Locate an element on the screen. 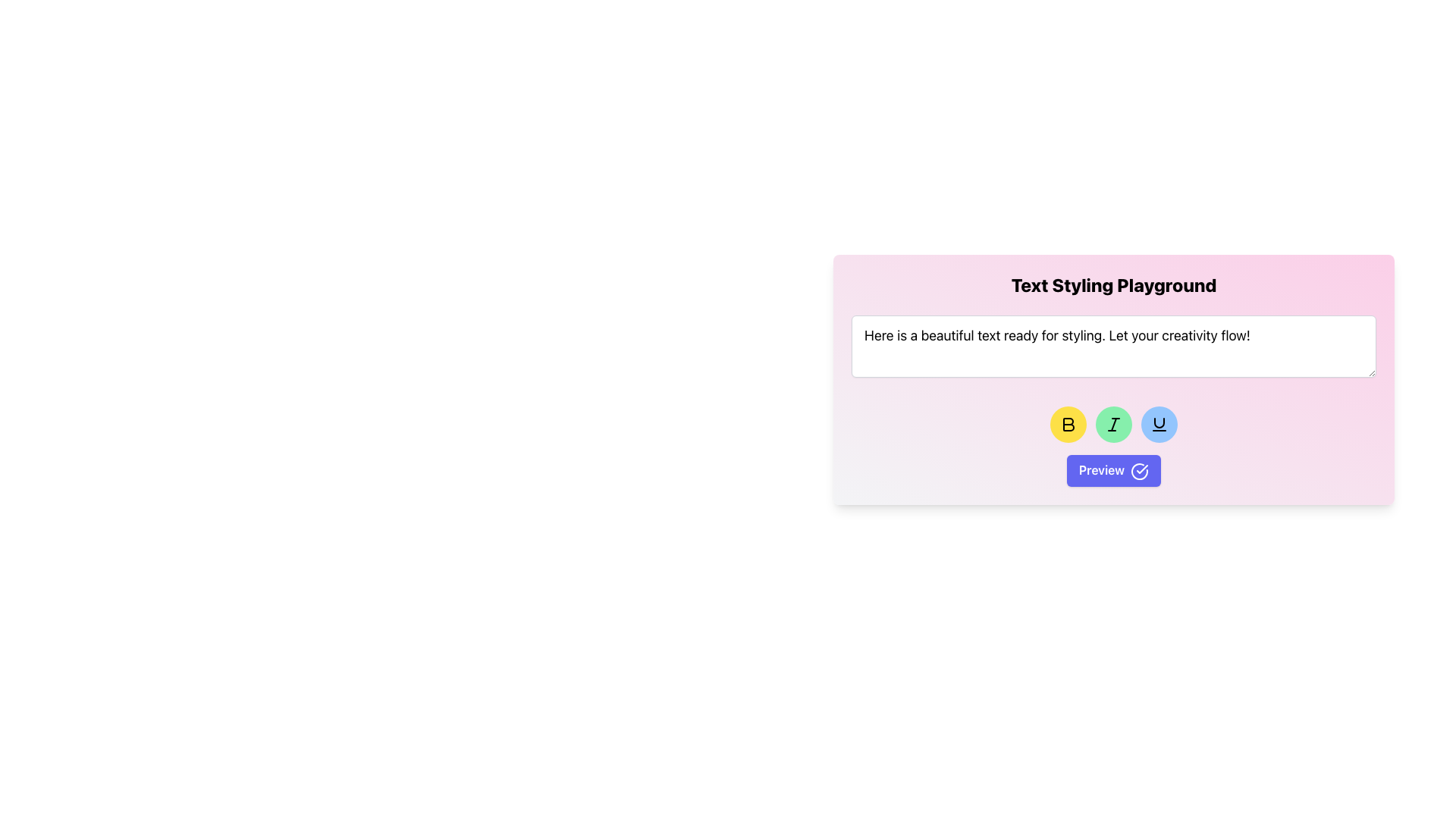 This screenshot has height=819, width=1456. the Text Display/Input Box located below the 'Text Styling Playground' header is located at coordinates (1113, 346).